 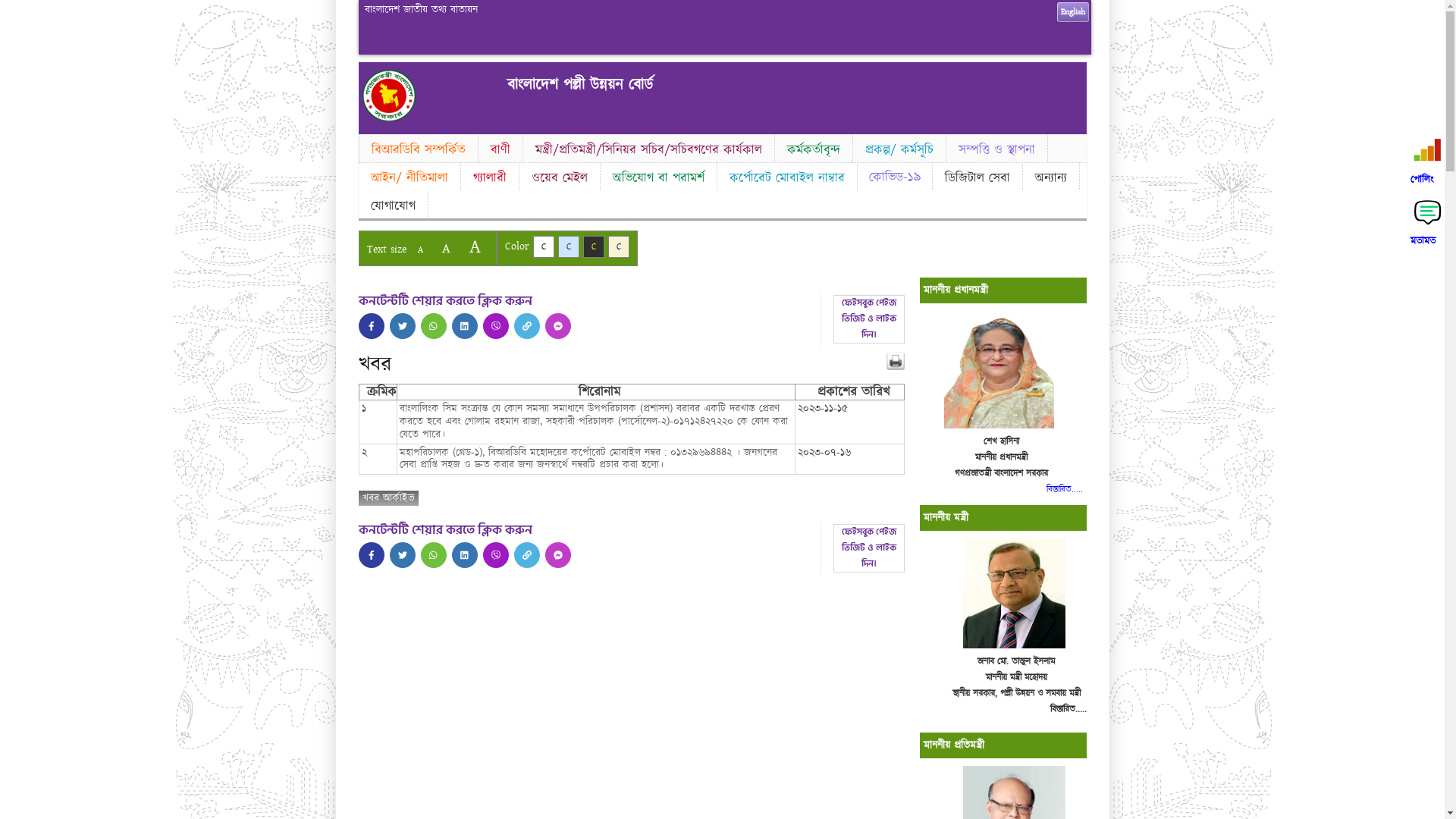 What do you see at coordinates (592, 246) in the screenshot?
I see `'C'` at bounding box center [592, 246].